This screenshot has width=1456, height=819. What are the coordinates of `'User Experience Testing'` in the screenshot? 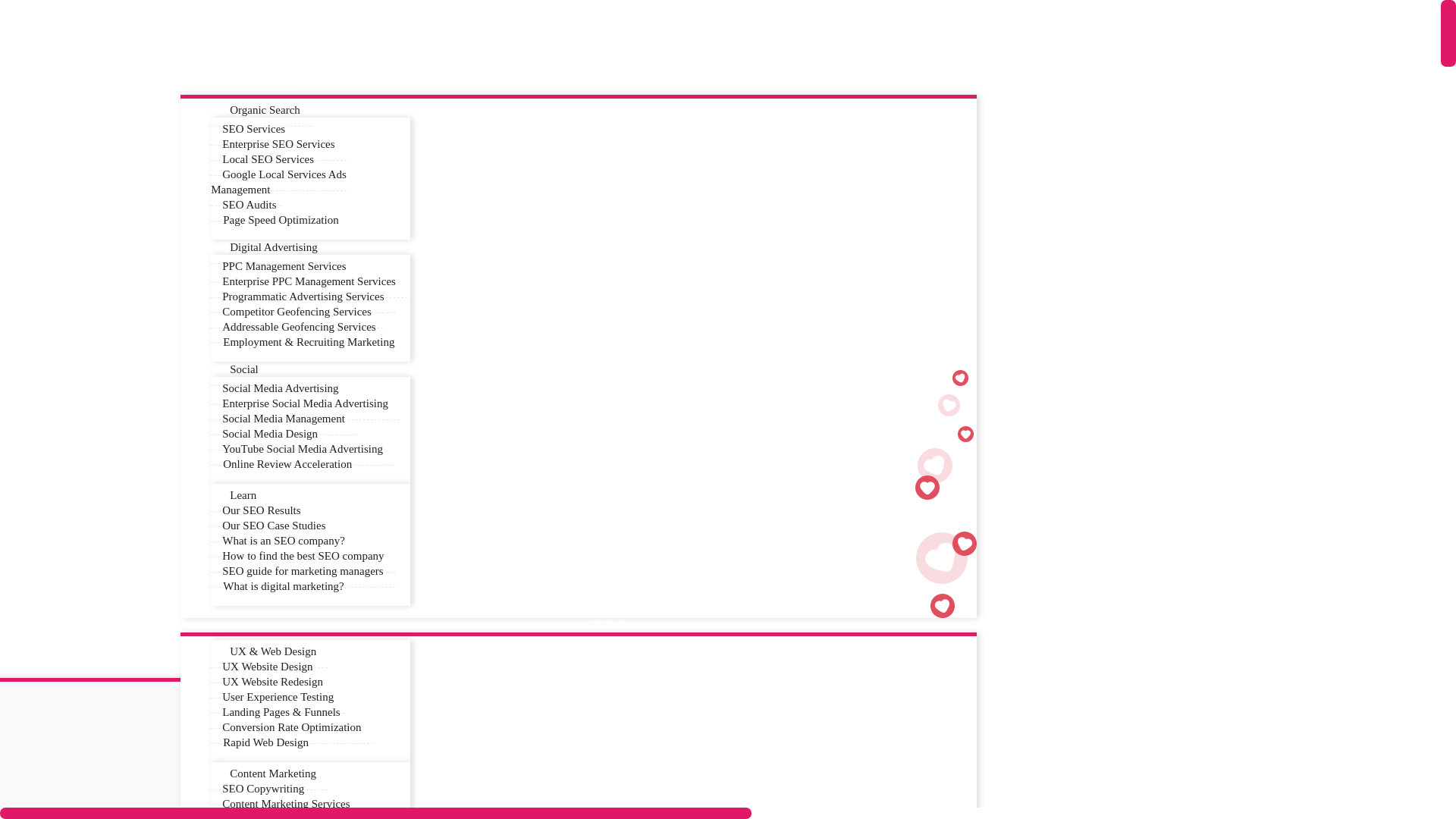 It's located at (278, 697).